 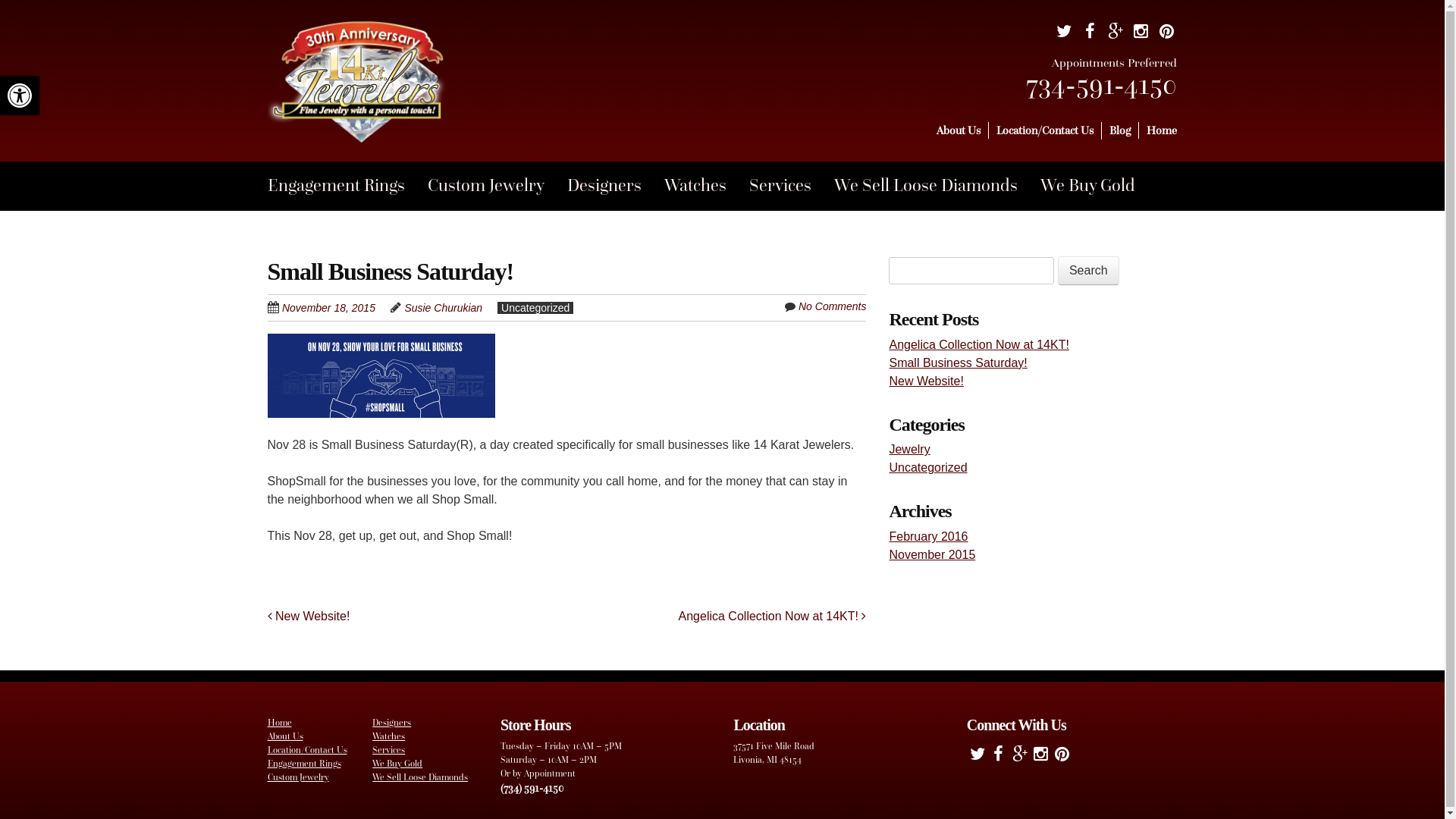 What do you see at coordinates (307, 616) in the screenshot?
I see `'New Website!'` at bounding box center [307, 616].